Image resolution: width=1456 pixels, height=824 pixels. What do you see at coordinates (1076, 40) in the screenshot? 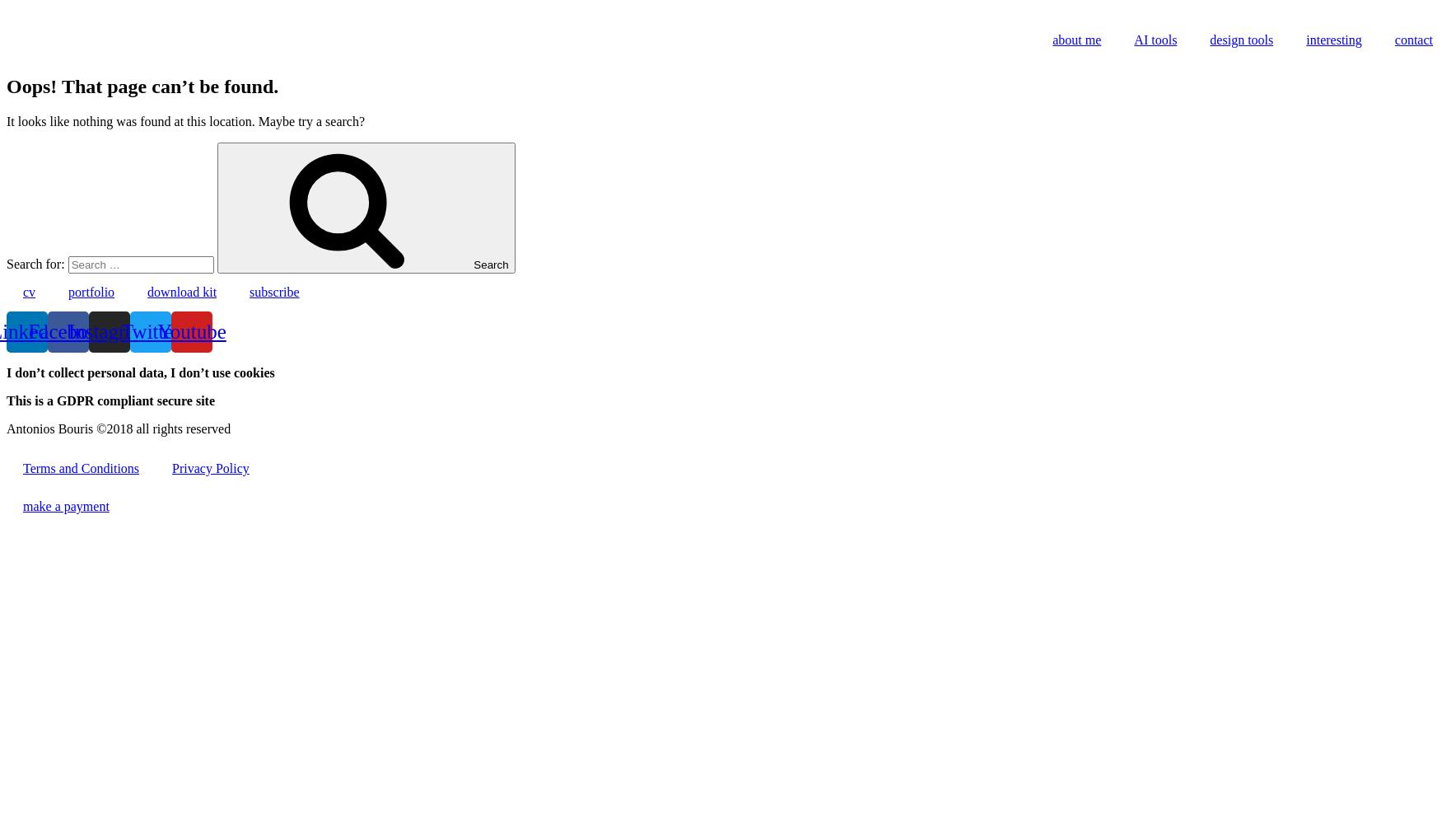
I see `'about me'` at bounding box center [1076, 40].